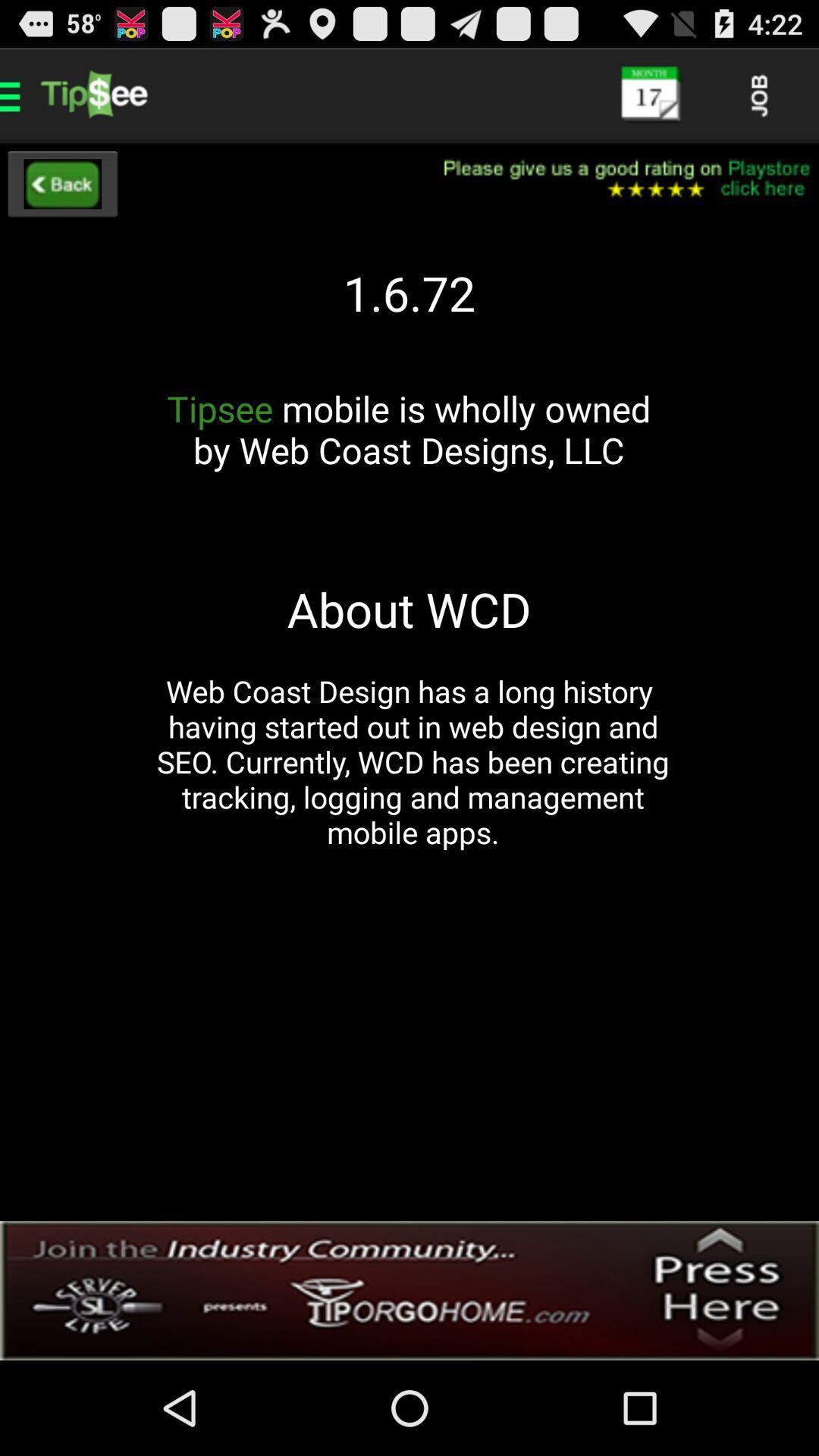 This screenshot has width=819, height=1456. I want to click on the tipsee mobile is, so click(408, 450).